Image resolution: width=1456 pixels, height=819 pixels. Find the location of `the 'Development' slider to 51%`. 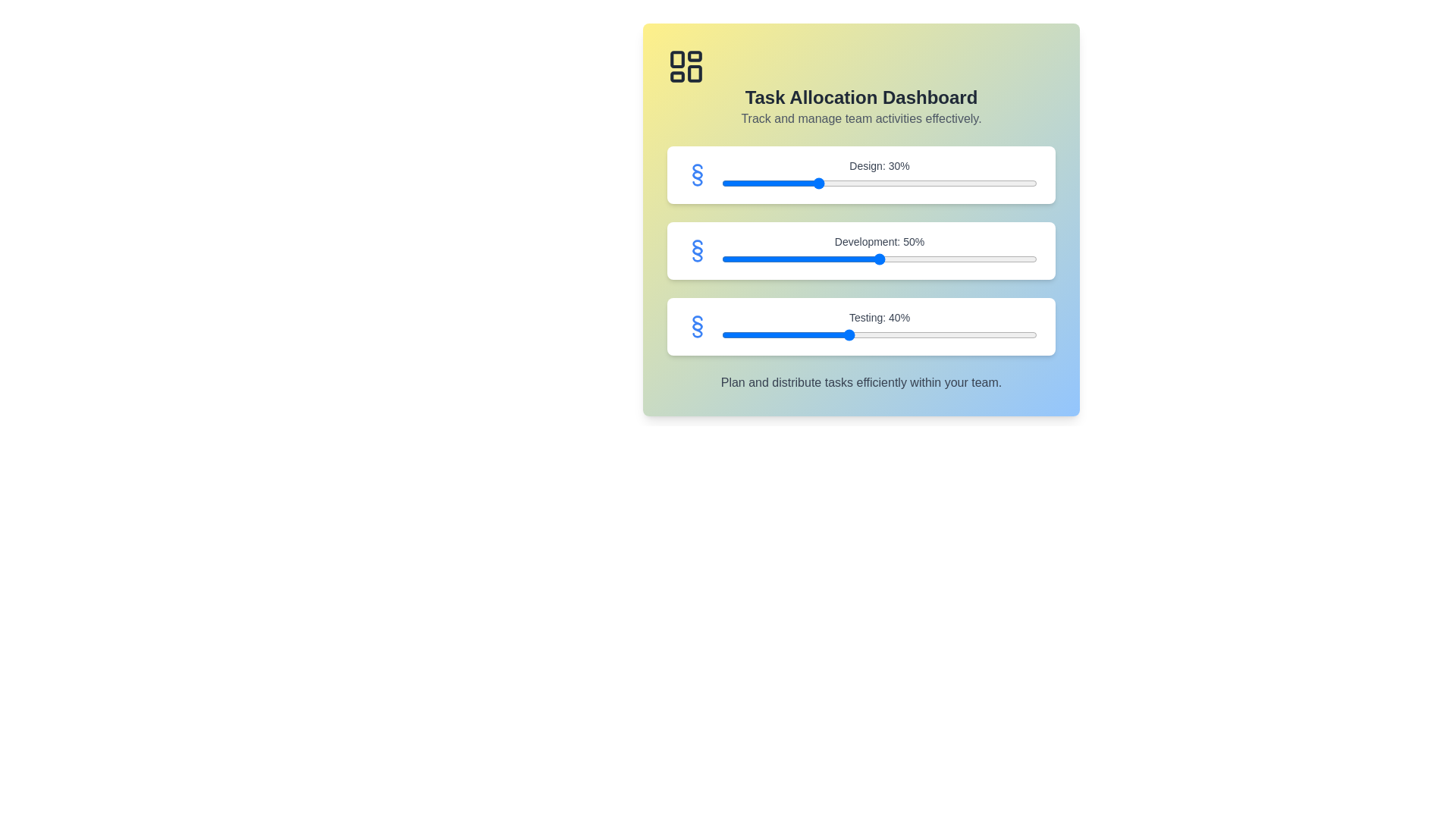

the 'Development' slider to 51% is located at coordinates (883, 259).